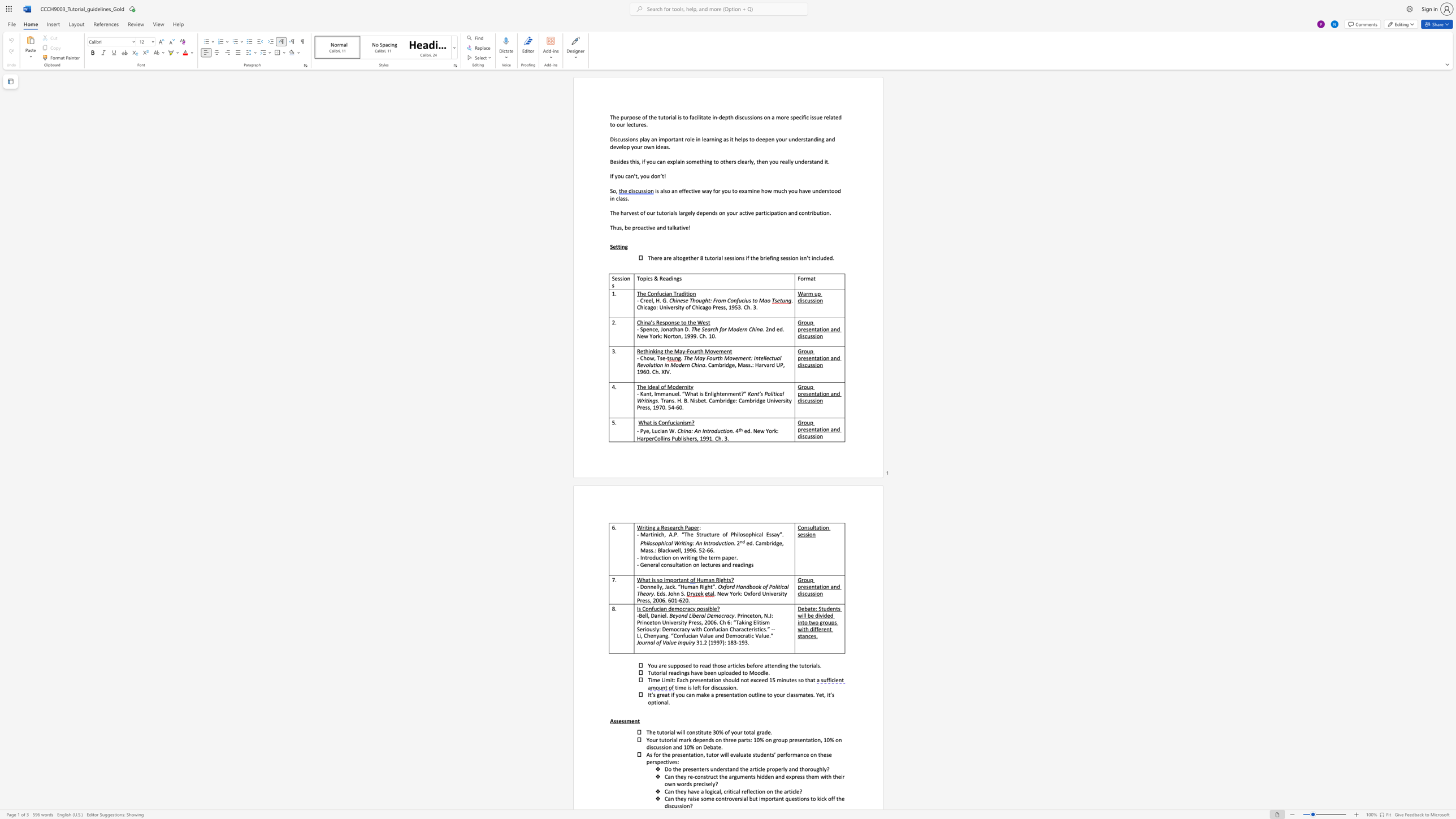 Image resolution: width=1456 pixels, height=819 pixels. Describe the element at coordinates (669, 351) in the screenshot. I see `the subset text "e May-Fourth Movem" within the text "Rethinking the May-Fourth Movement"` at that location.